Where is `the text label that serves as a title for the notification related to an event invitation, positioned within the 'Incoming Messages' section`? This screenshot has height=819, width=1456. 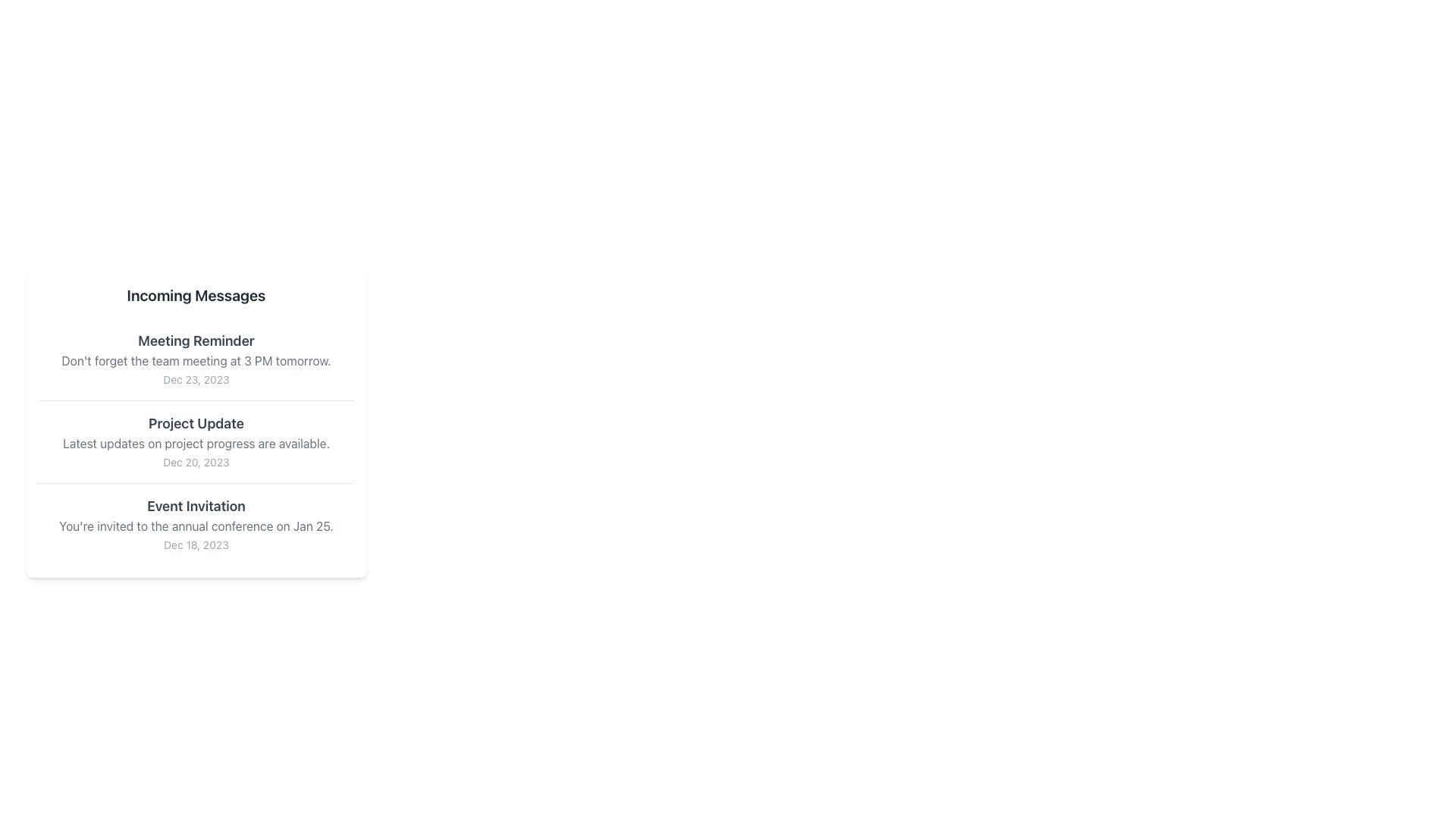
the text label that serves as a title for the notification related to an event invitation, positioned within the 'Incoming Messages' section is located at coordinates (196, 506).